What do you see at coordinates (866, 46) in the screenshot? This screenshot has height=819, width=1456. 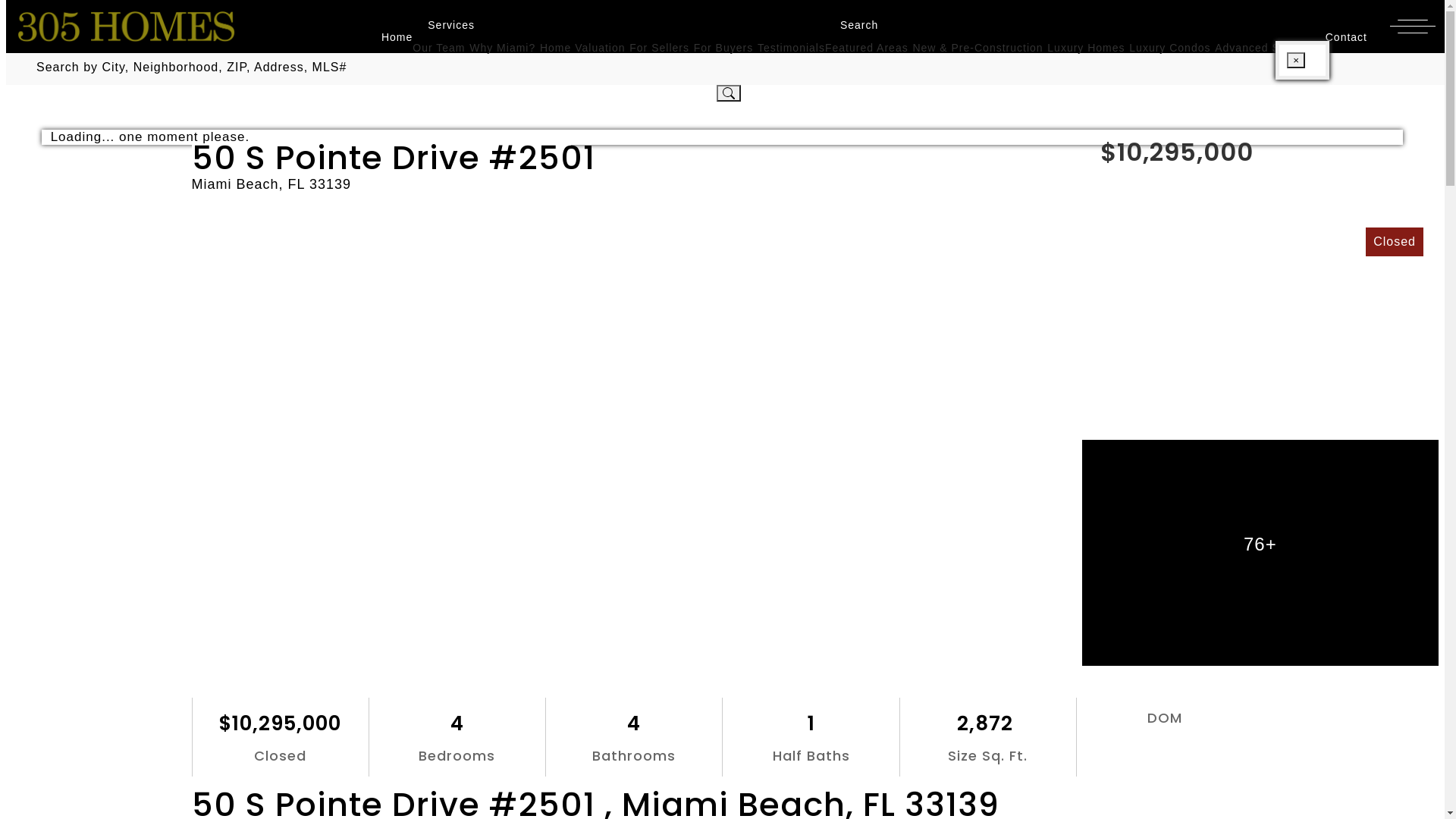 I see `'Featured Areas'` at bounding box center [866, 46].